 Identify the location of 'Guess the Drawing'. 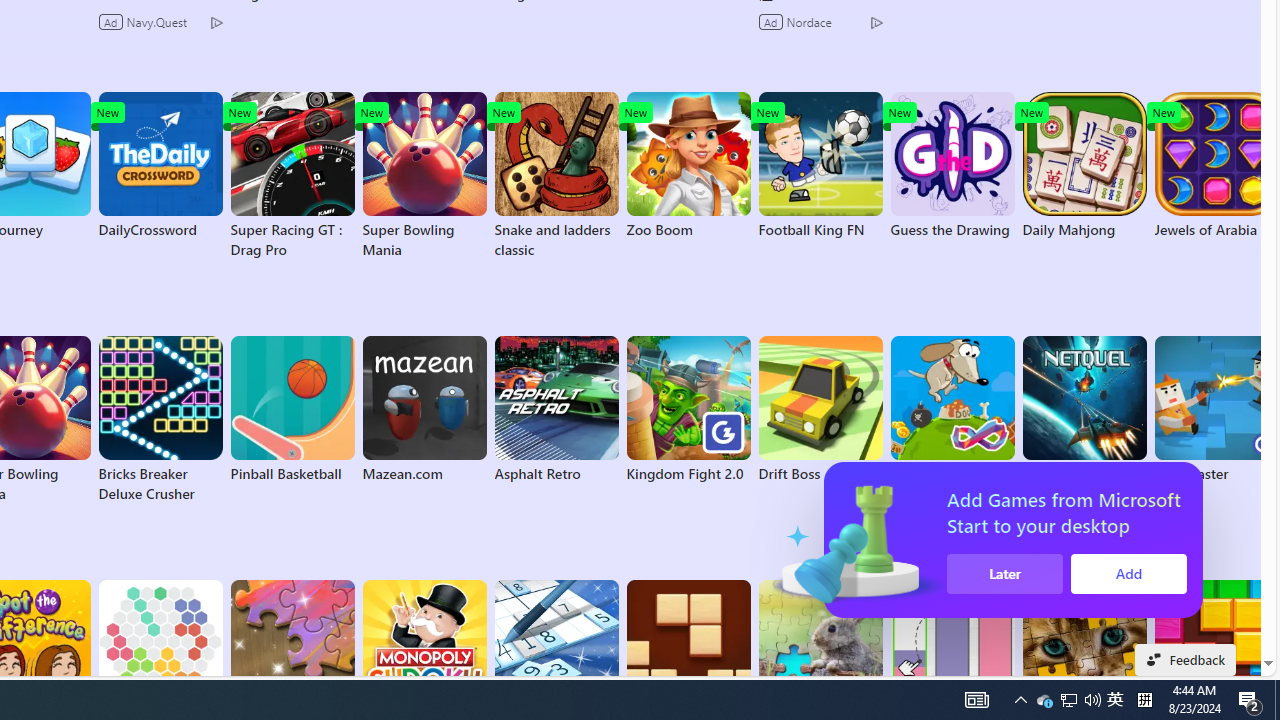
(951, 164).